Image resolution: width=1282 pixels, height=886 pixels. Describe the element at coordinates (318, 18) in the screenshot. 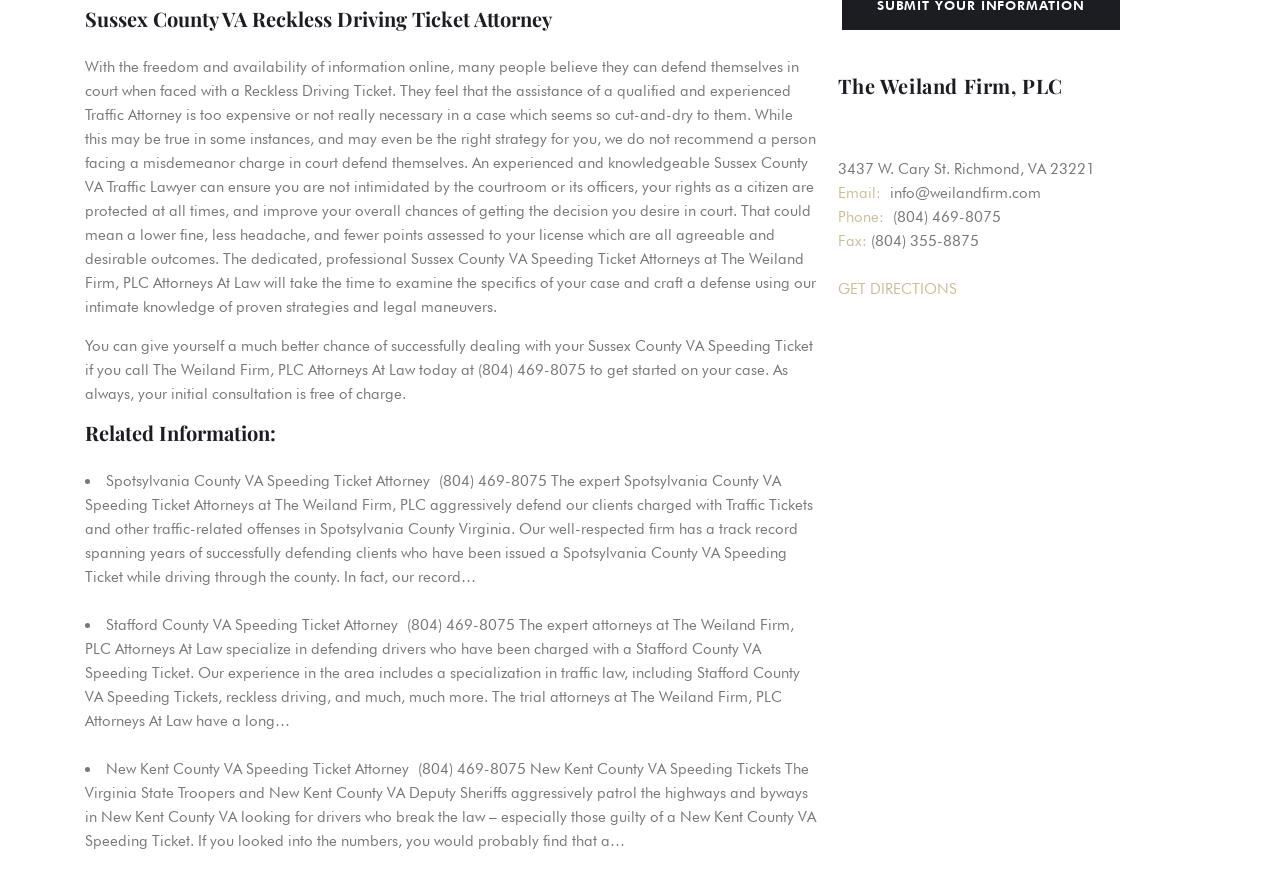

I see `'Sussex County VA Reckless Driving Ticket Attorney'` at that location.